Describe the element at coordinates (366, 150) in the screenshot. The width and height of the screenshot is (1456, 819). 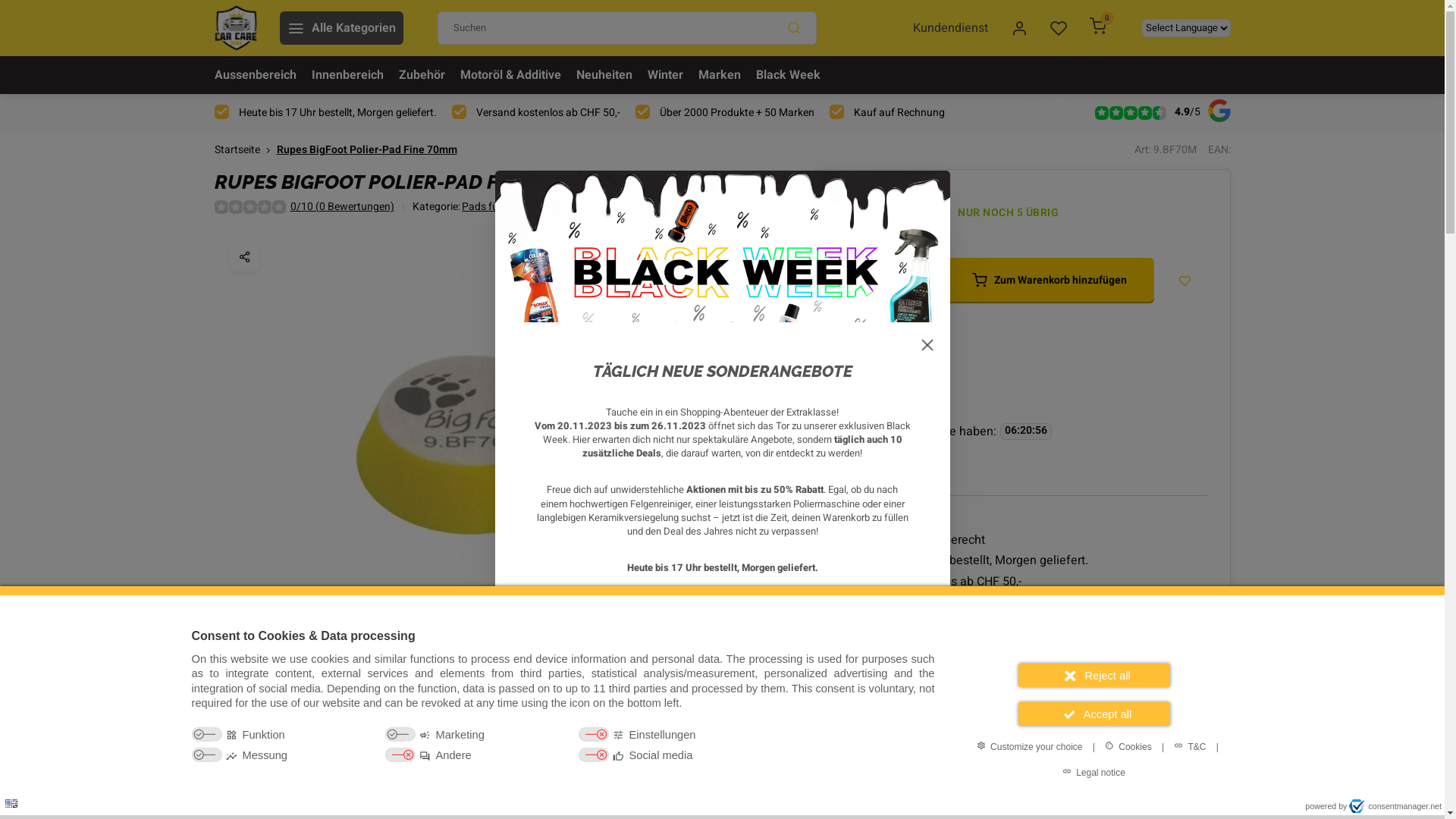
I see `'Rupes BigFoot Polier-Pad Fine 70mm'` at that location.